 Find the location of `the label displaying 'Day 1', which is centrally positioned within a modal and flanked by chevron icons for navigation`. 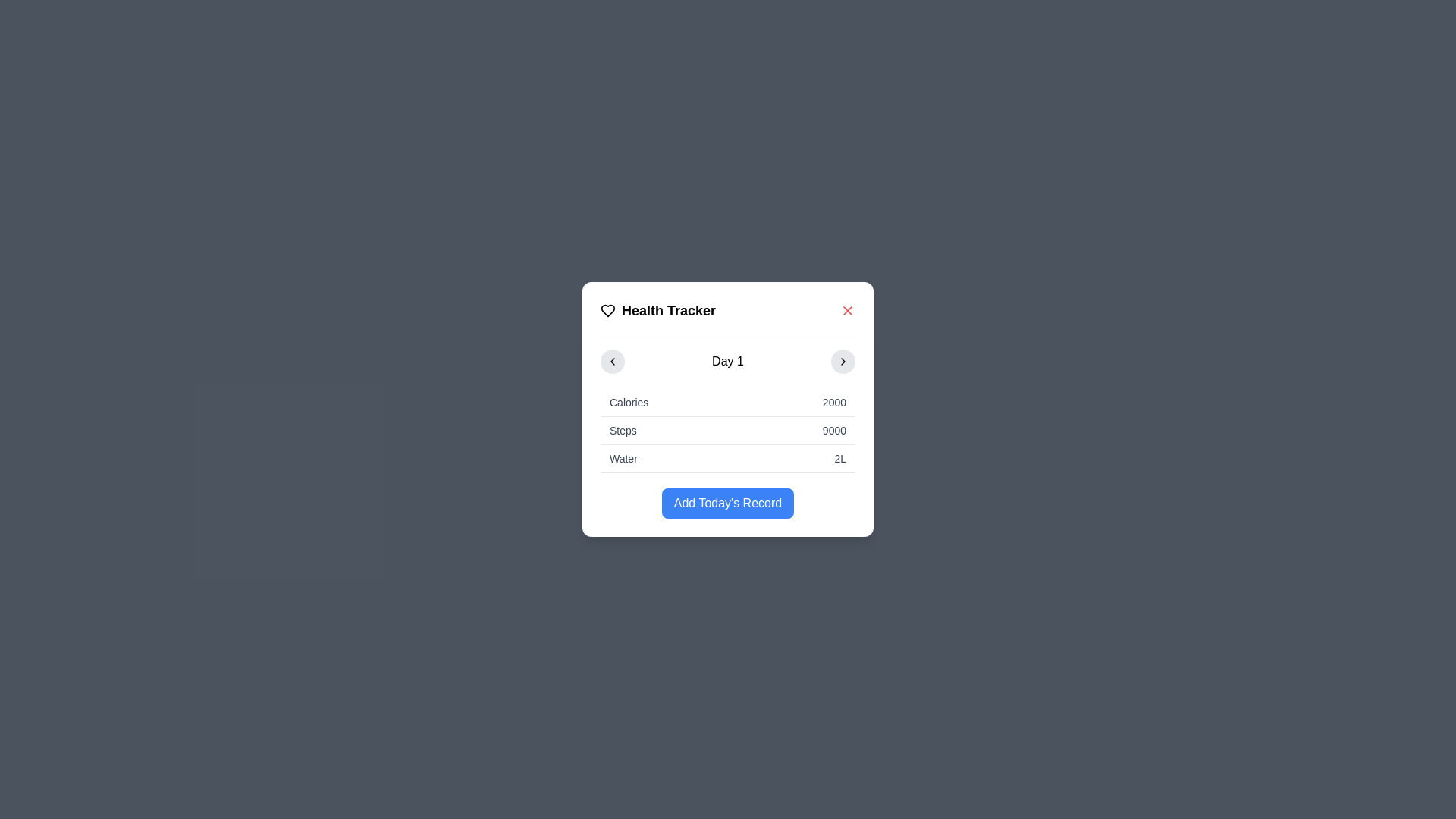

the label displaying 'Day 1', which is centrally positioned within a modal and flanked by chevron icons for navigation is located at coordinates (728, 362).